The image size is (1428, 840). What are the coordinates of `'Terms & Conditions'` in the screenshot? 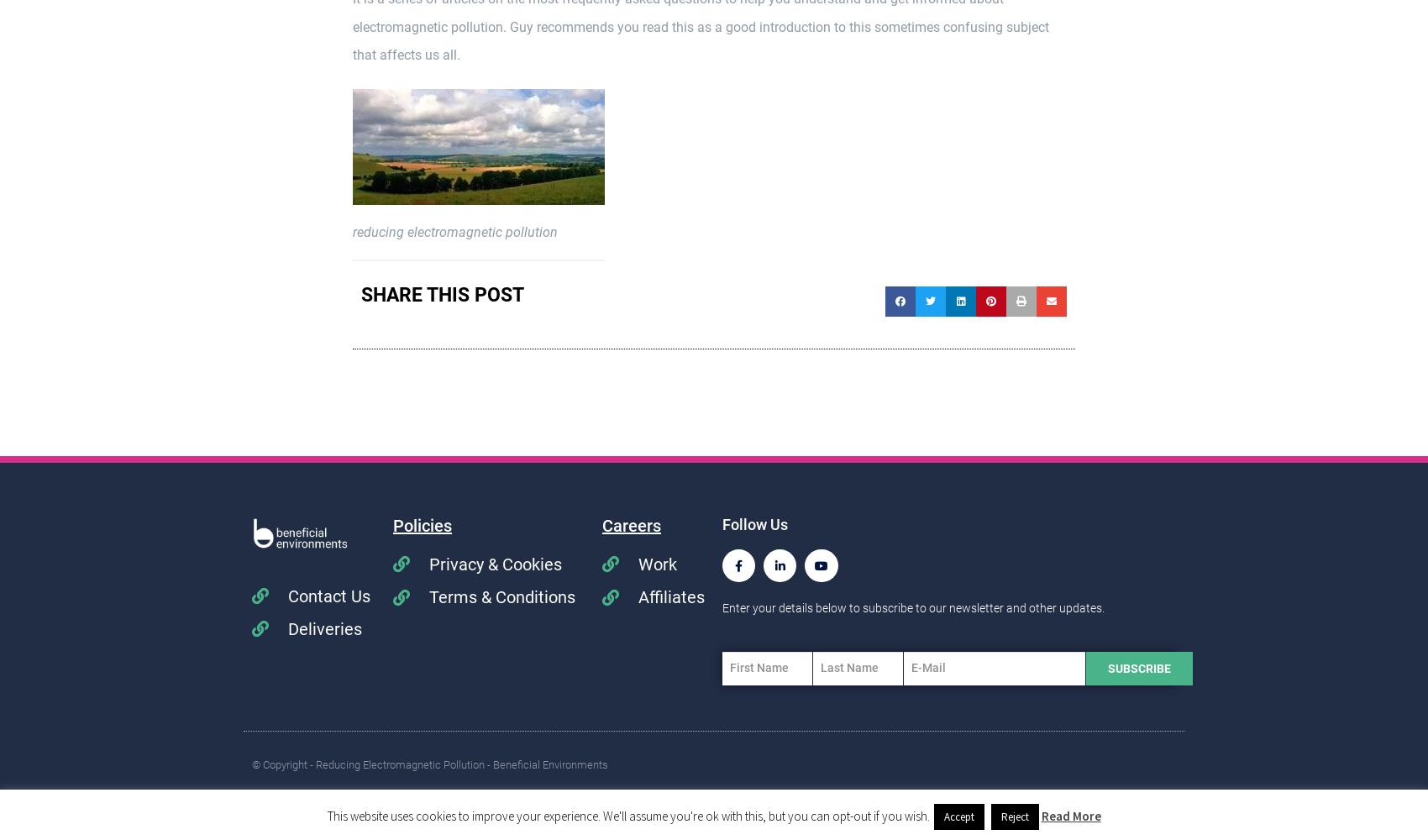 It's located at (501, 596).